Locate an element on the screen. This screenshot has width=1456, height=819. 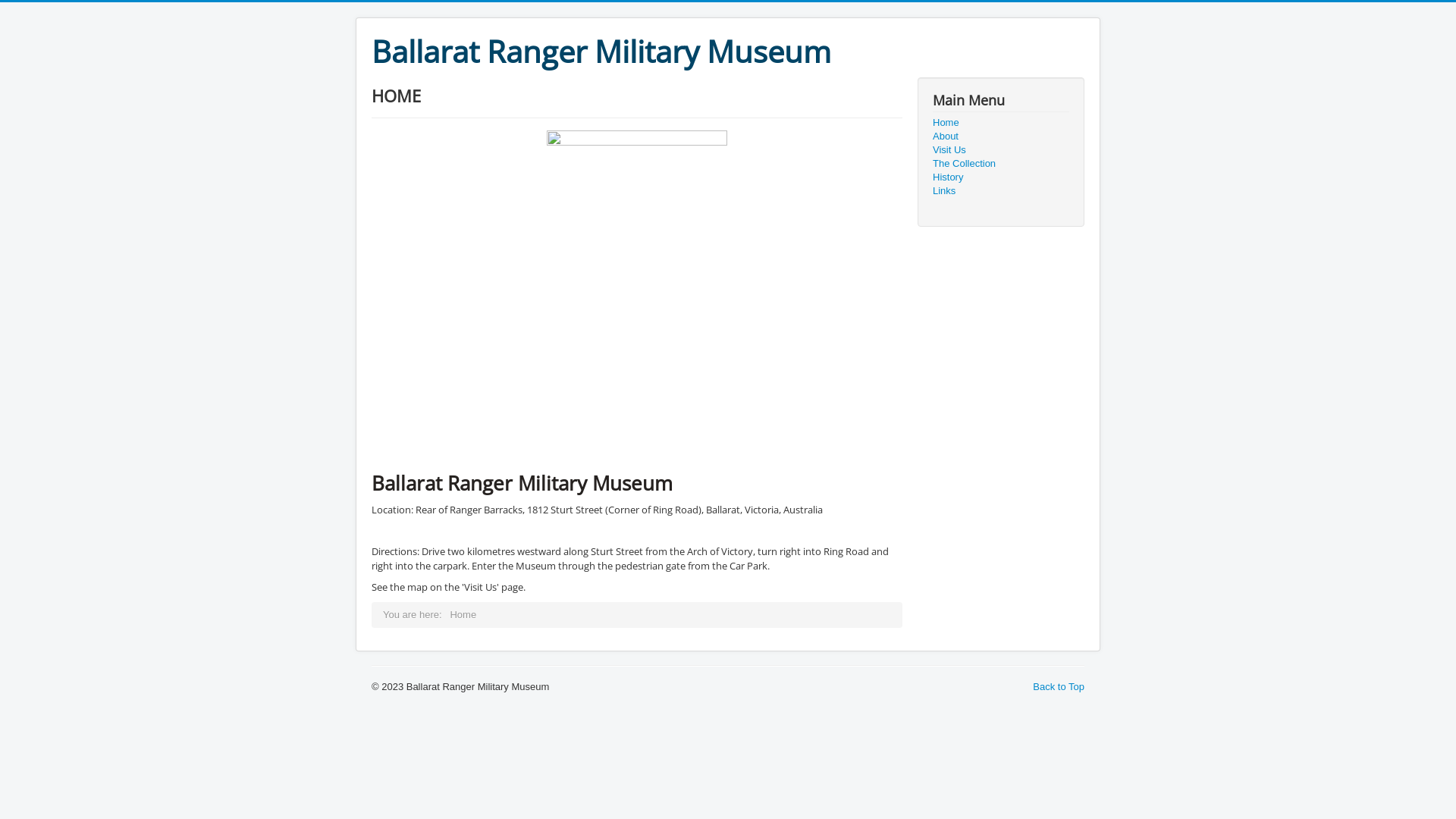
'The Collection' is located at coordinates (1001, 164).